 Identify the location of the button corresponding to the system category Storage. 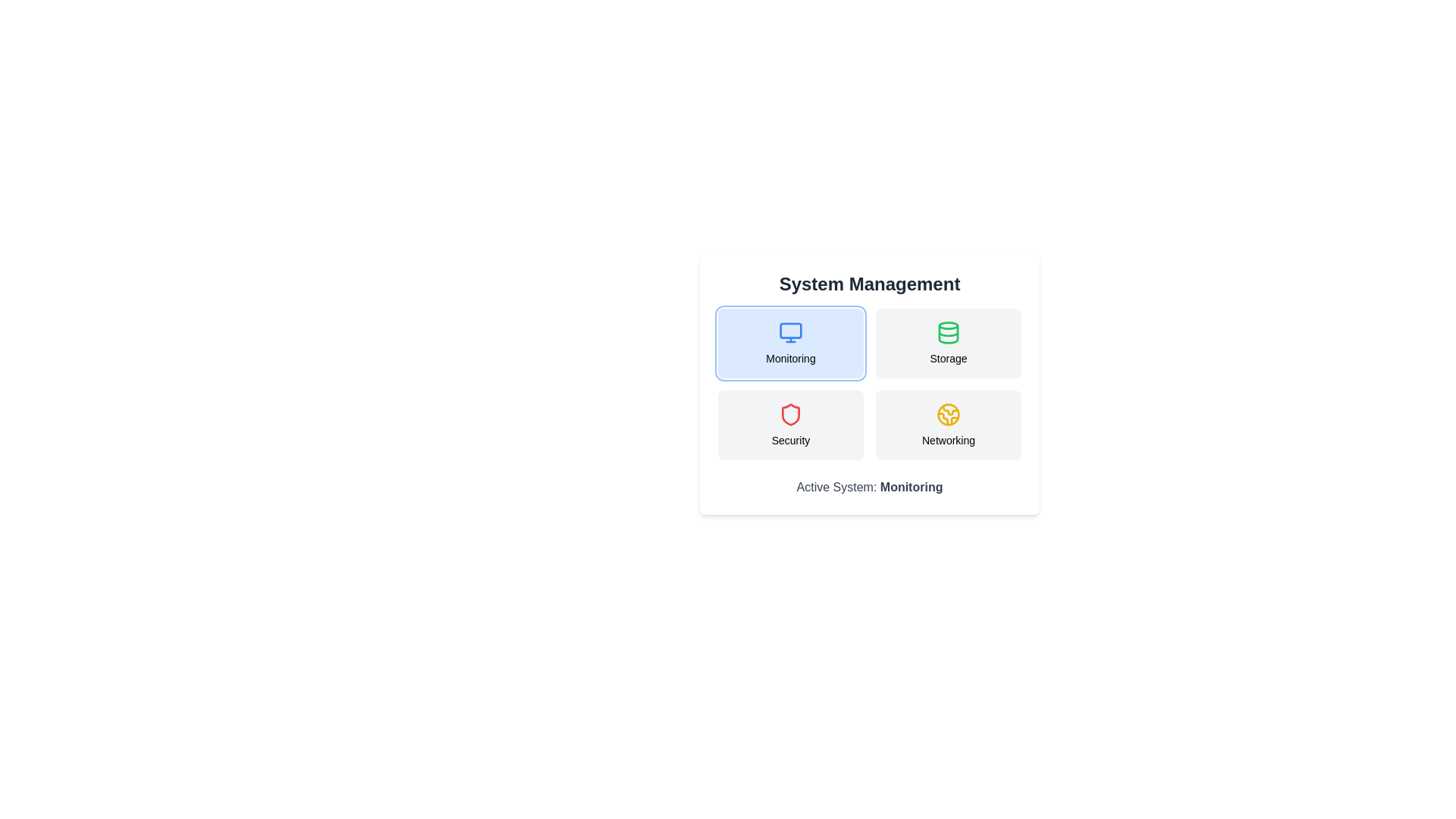
(948, 343).